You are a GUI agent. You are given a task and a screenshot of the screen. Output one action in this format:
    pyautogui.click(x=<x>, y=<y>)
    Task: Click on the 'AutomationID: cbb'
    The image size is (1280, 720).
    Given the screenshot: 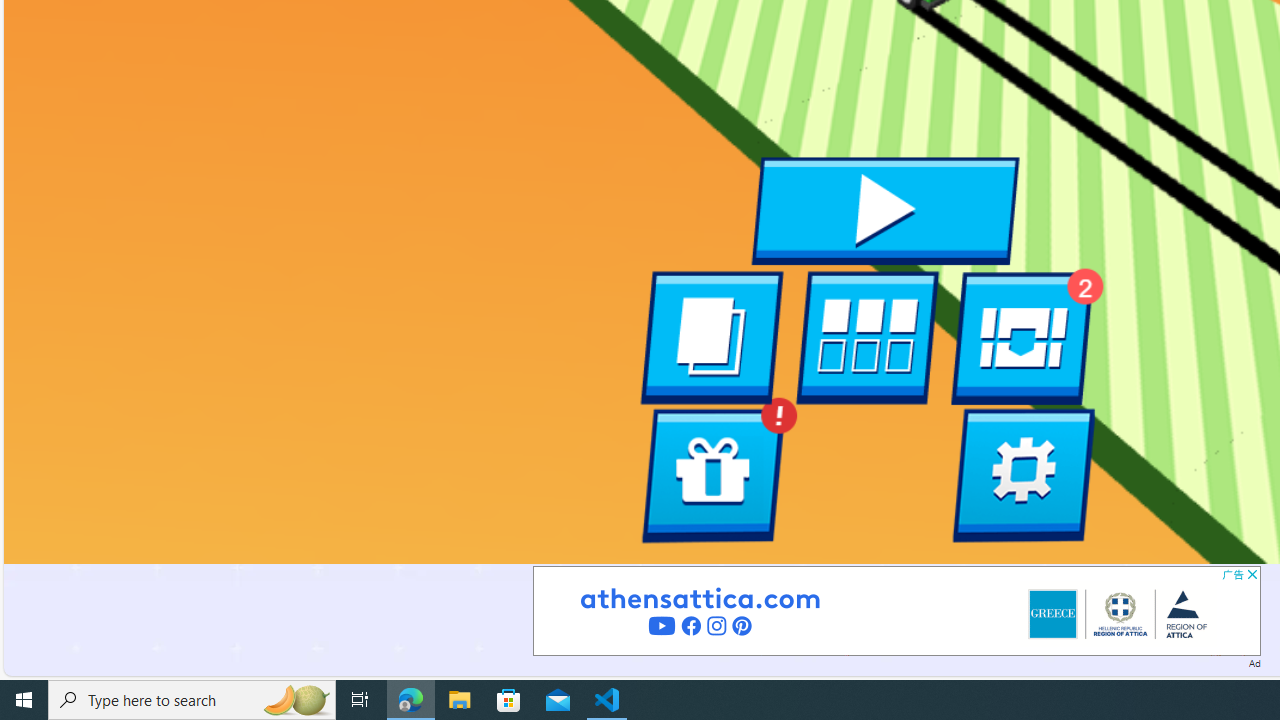 What is the action you would take?
    pyautogui.click(x=1251, y=574)
    